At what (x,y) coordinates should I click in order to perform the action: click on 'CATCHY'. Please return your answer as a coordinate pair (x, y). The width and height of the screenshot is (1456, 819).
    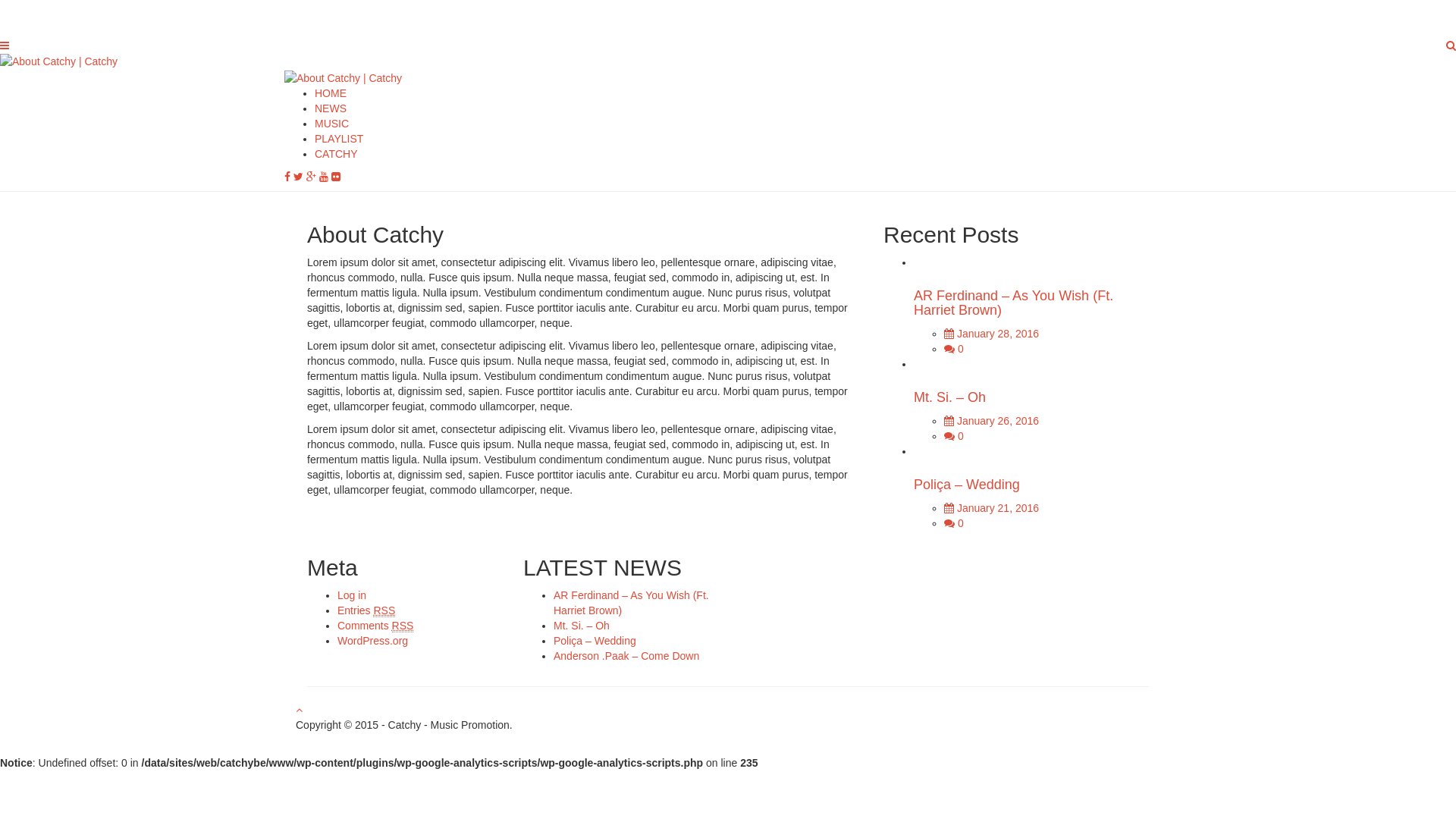
    Looking at the image, I should click on (335, 154).